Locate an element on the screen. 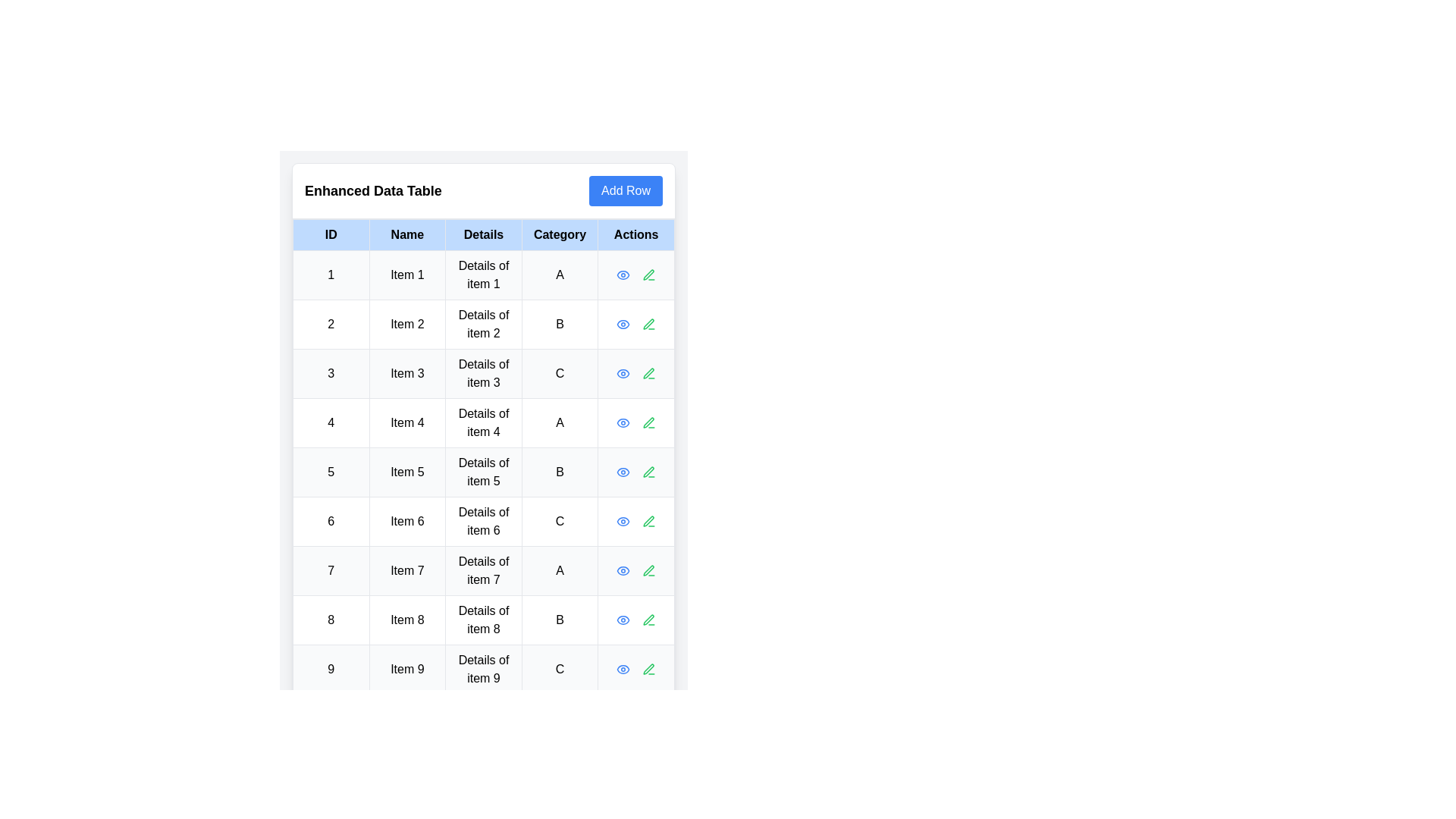 This screenshot has width=1456, height=819. the table cell containing the text 'Details of item 4' in the fourth row and third column of the table is located at coordinates (483, 423).